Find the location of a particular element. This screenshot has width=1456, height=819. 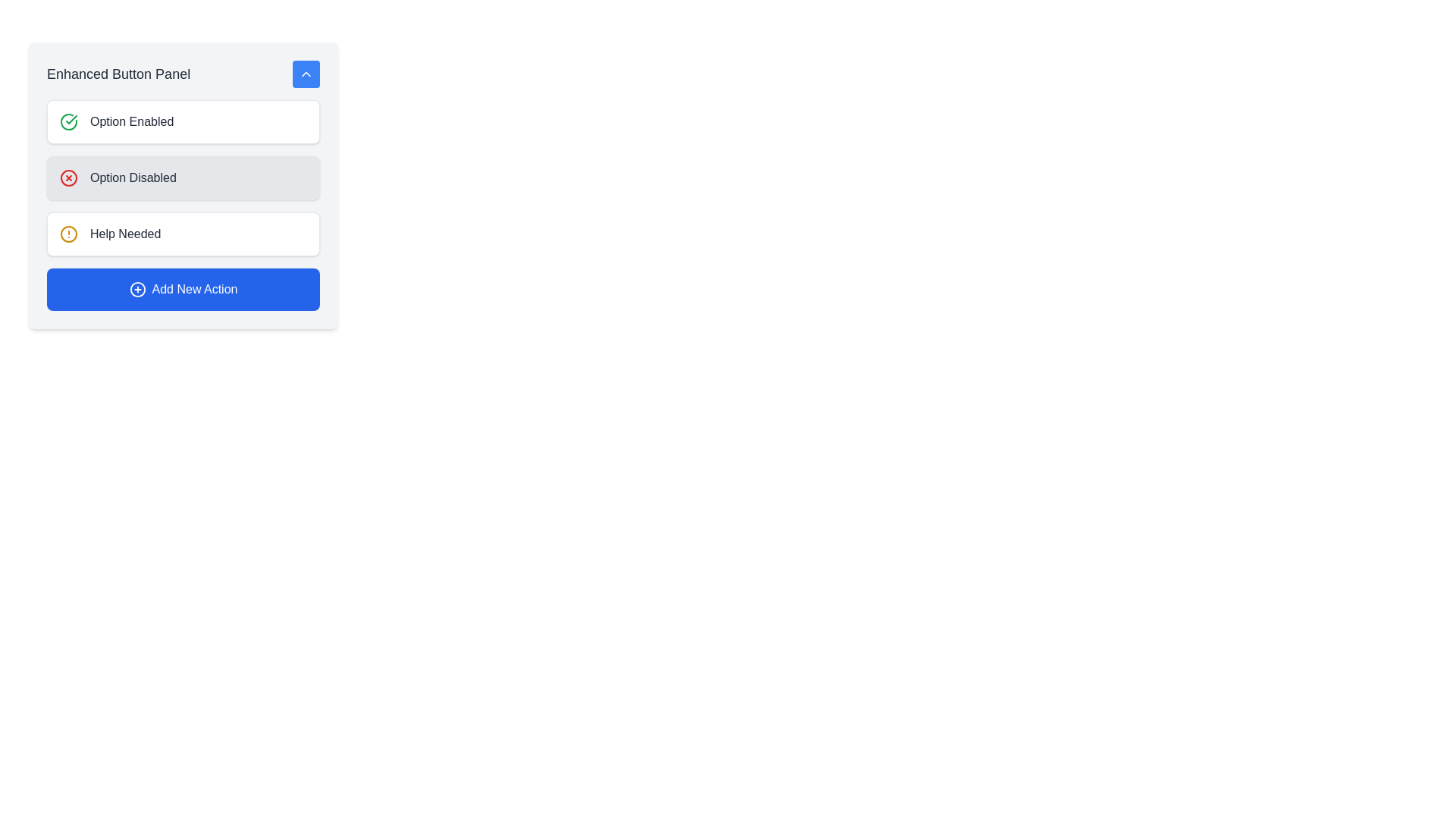

the Decorative icon or status indicator located at the left corner of the 'Help Needed' card, adjacent to the title text is located at coordinates (68, 234).